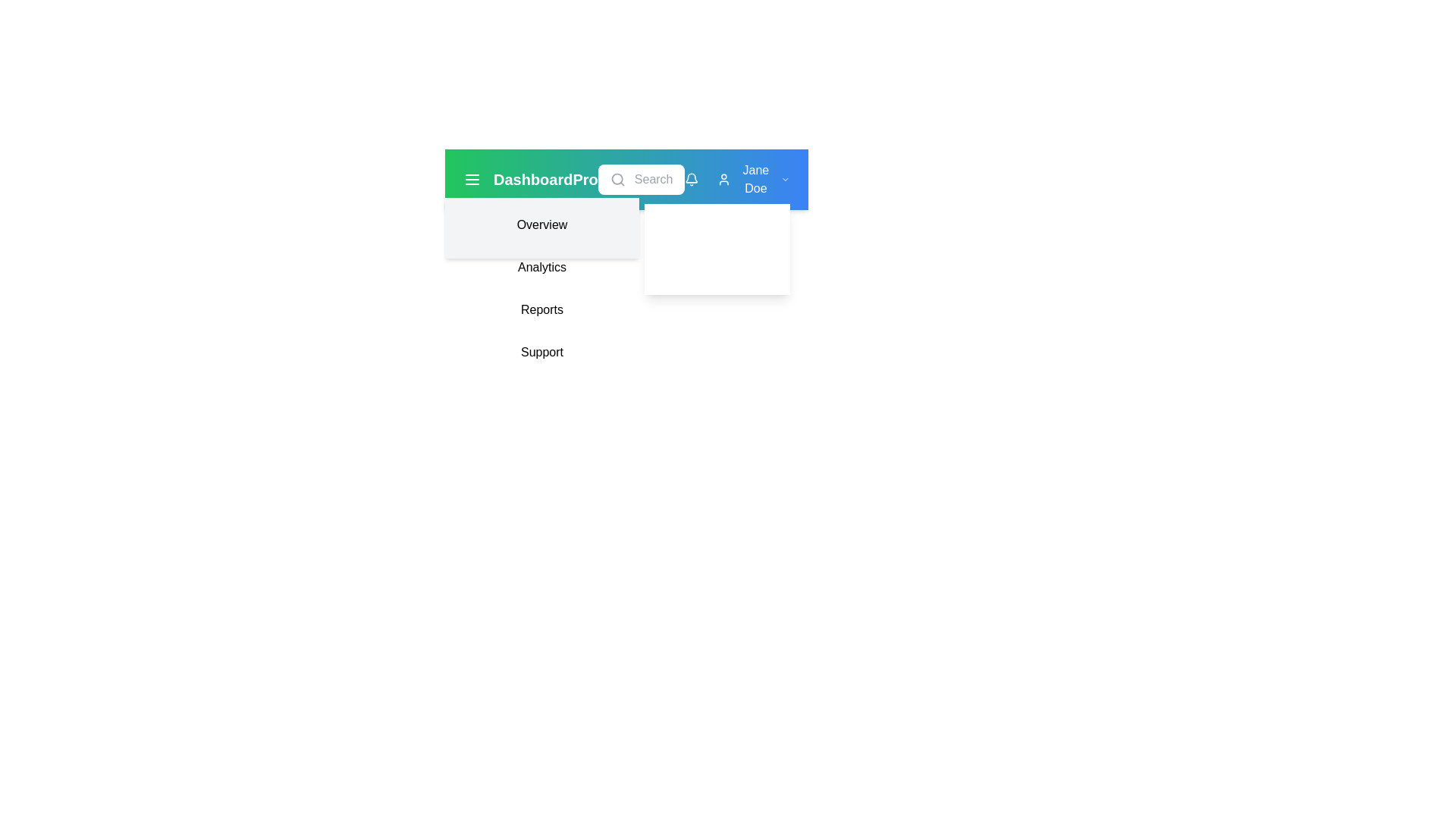  I want to click on the 'Overview' button, so click(542, 227).